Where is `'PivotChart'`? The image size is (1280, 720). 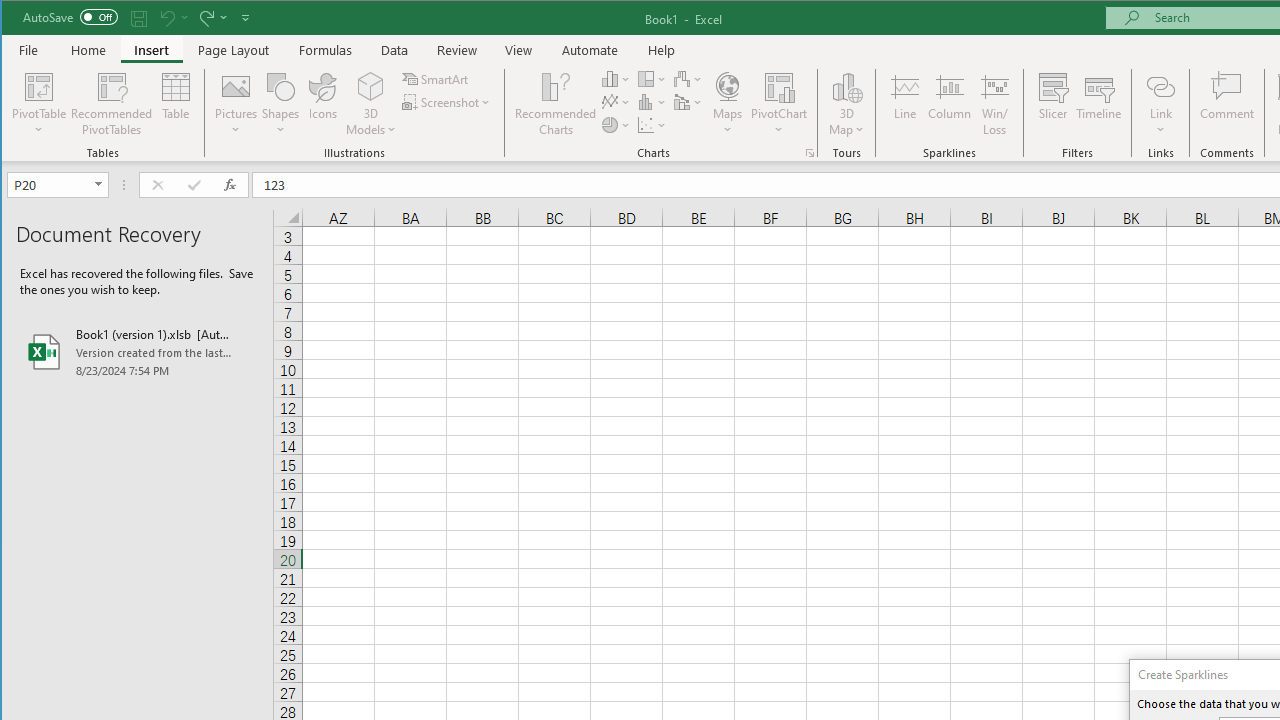 'PivotChart' is located at coordinates (778, 85).